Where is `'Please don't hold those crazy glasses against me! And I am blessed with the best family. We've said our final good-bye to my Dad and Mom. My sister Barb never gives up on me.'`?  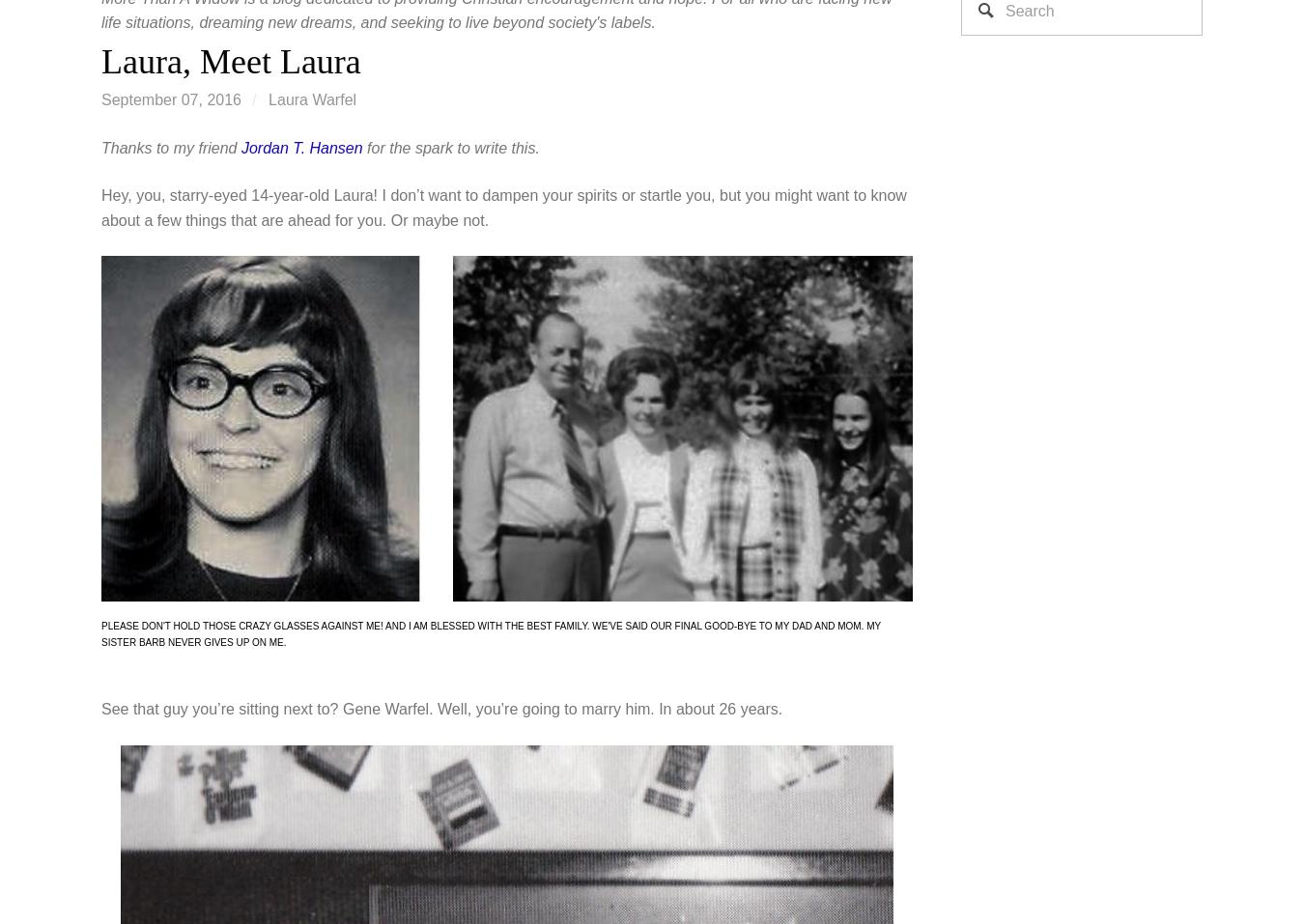 'Please don't hold those crazy glasses against me! And I am blessed with the best family. We've said our final good-bye to my Dad and Mom. My sister Barb never gives up on me.' is located at coordinates (490, 632).